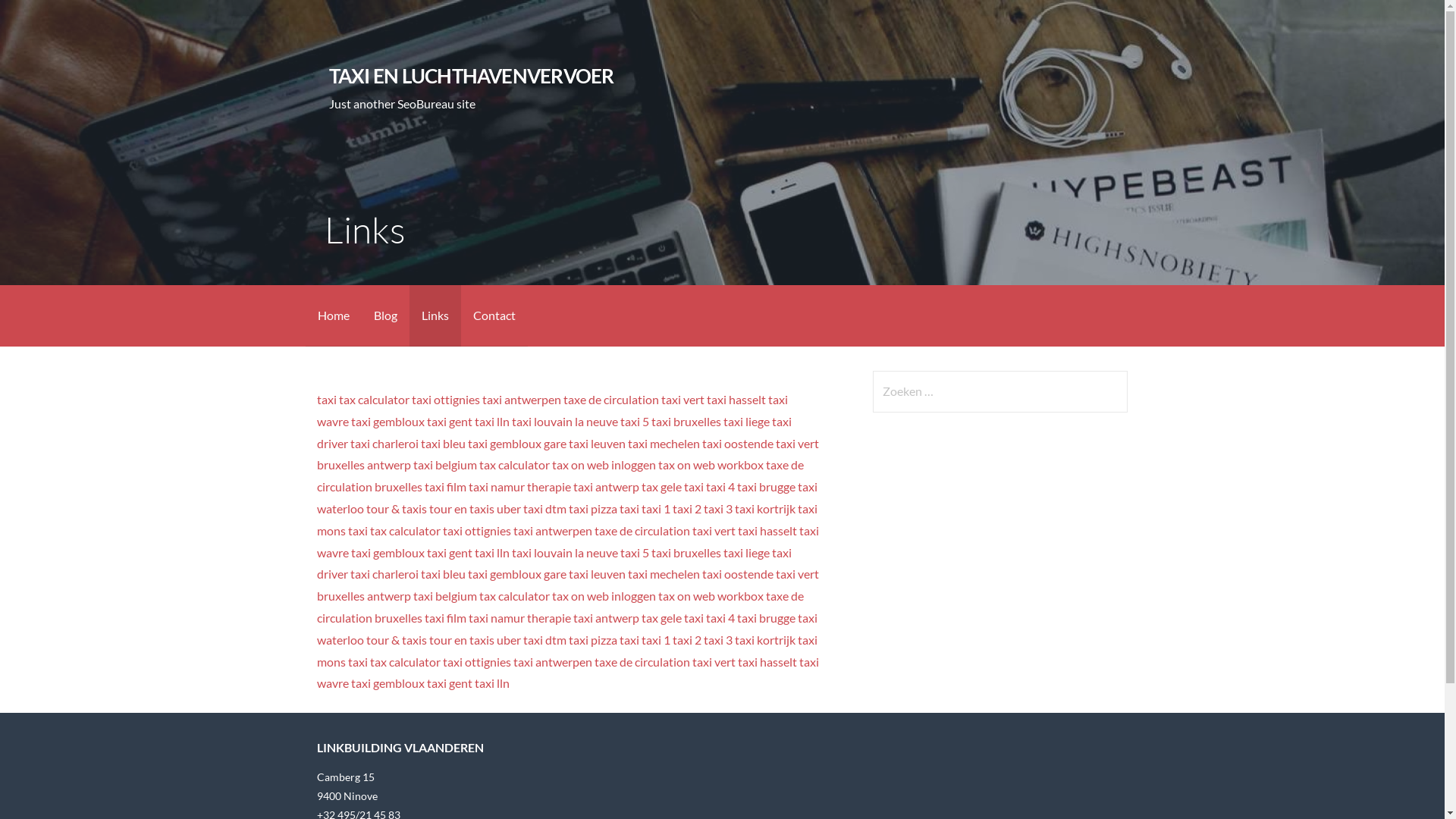 The image size is (1456, 819). I want to click on 'uber taxi', so click(519, 508).